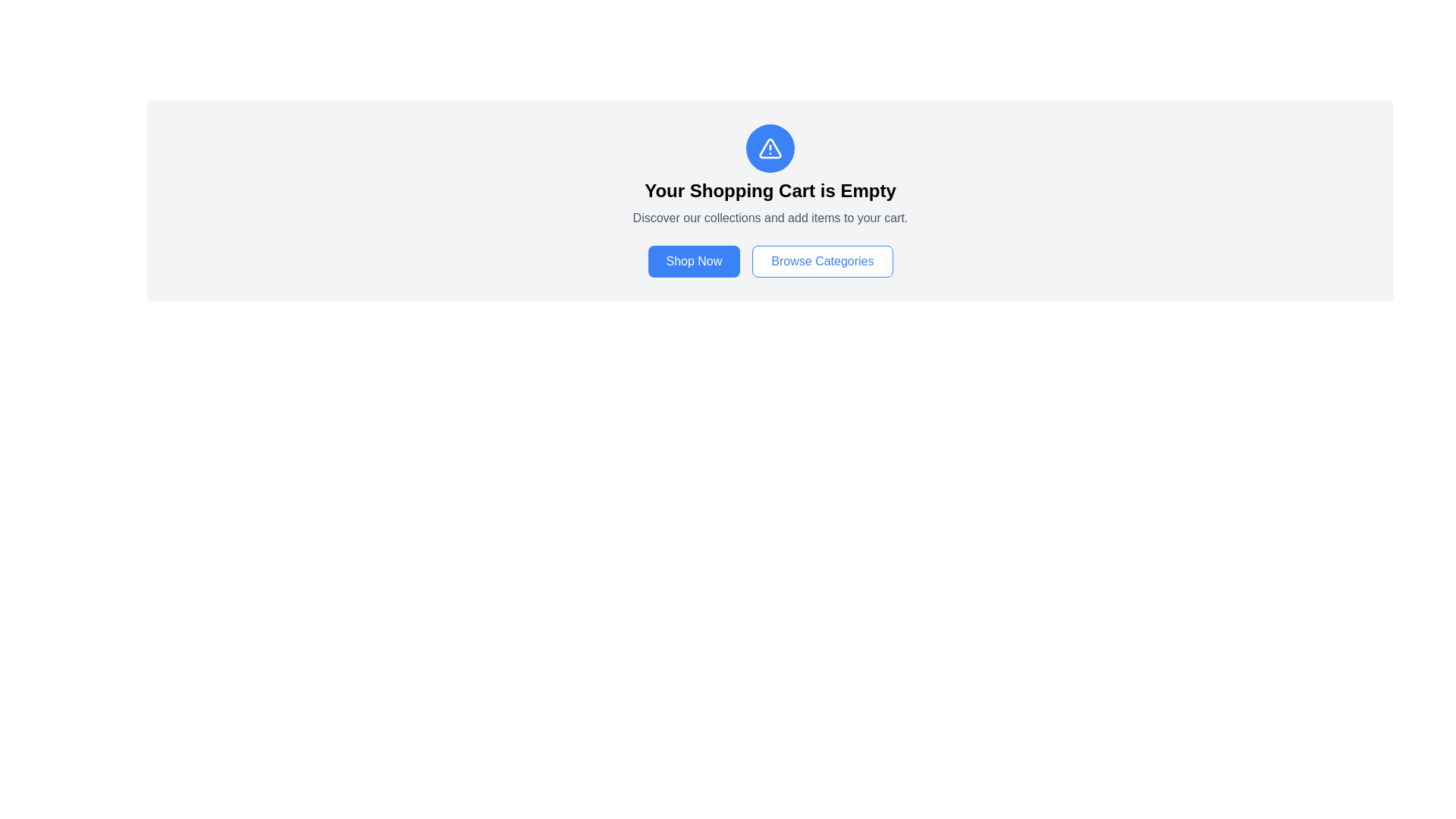  Describe the element at coordinates (821, 260) in the screenshot. I see `the 'Browse Categories' button, which is a rectangular button with rounded corners, a white background, and blue text, located to the right of the 'Shop Now' button` at that location.